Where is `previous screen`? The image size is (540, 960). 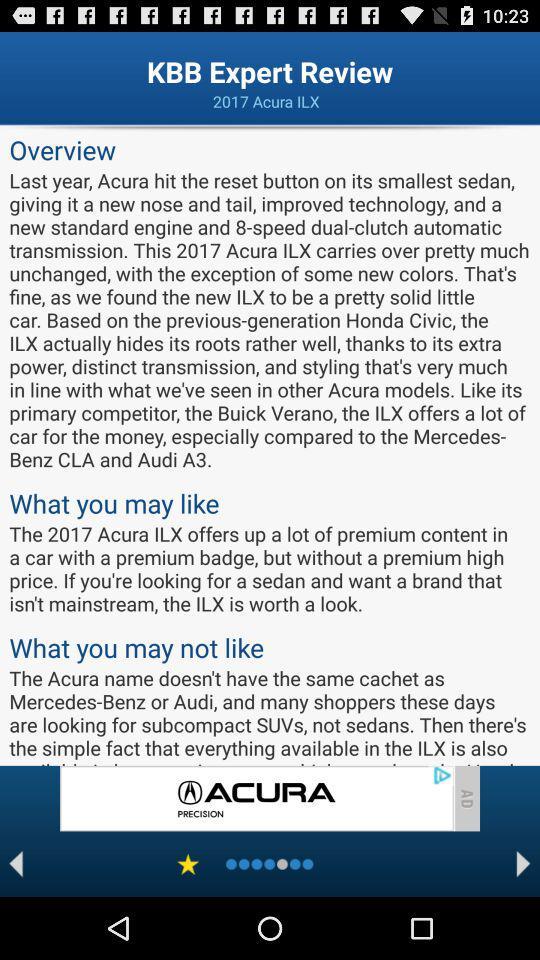
previous screen is located at coordinates (15, 863).